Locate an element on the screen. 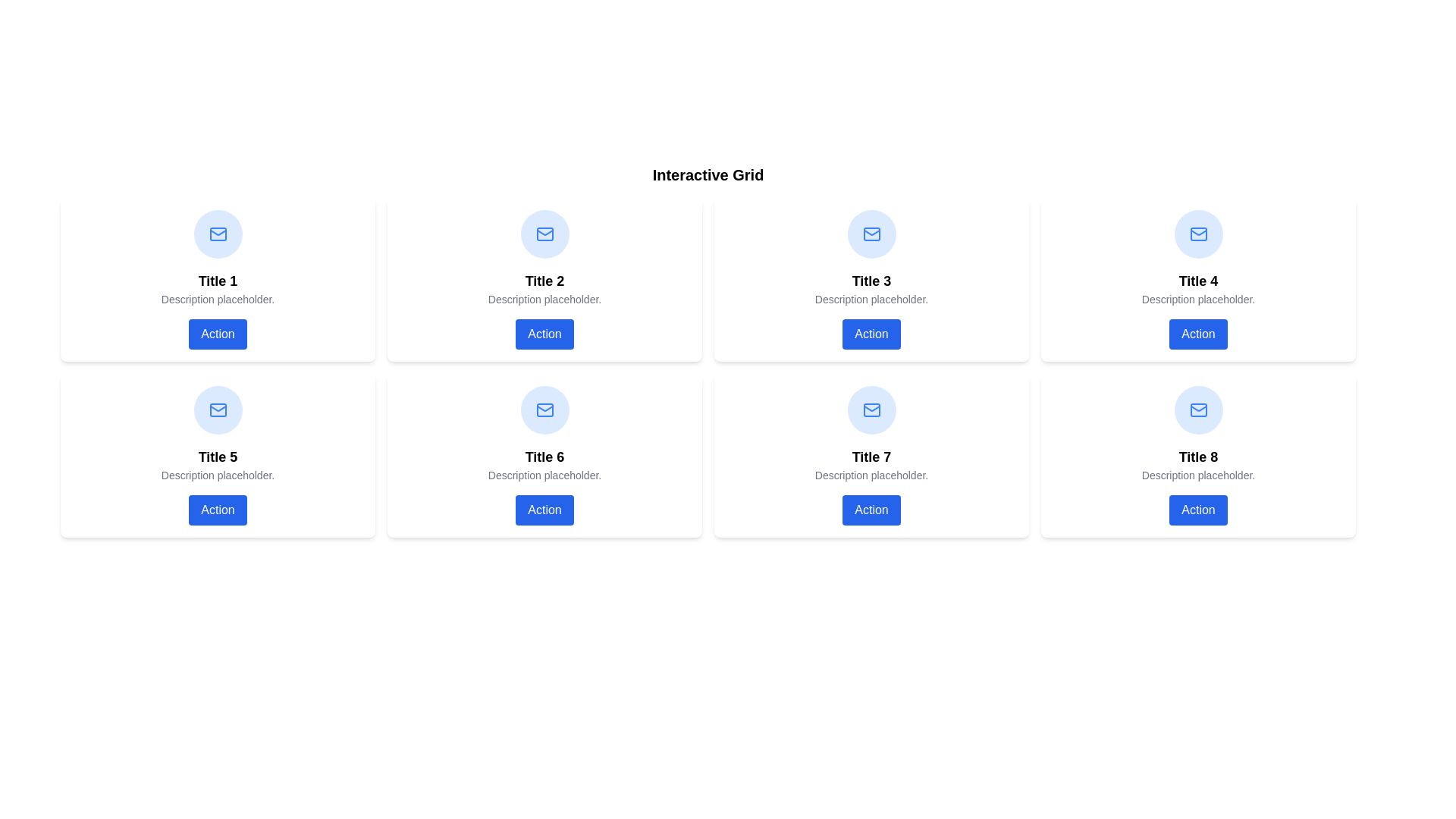  the interactive call-to-action button located at the bottom of the card, which is aligned centrally under the text 'Description placeholder' is located at coordinates (544, 510).